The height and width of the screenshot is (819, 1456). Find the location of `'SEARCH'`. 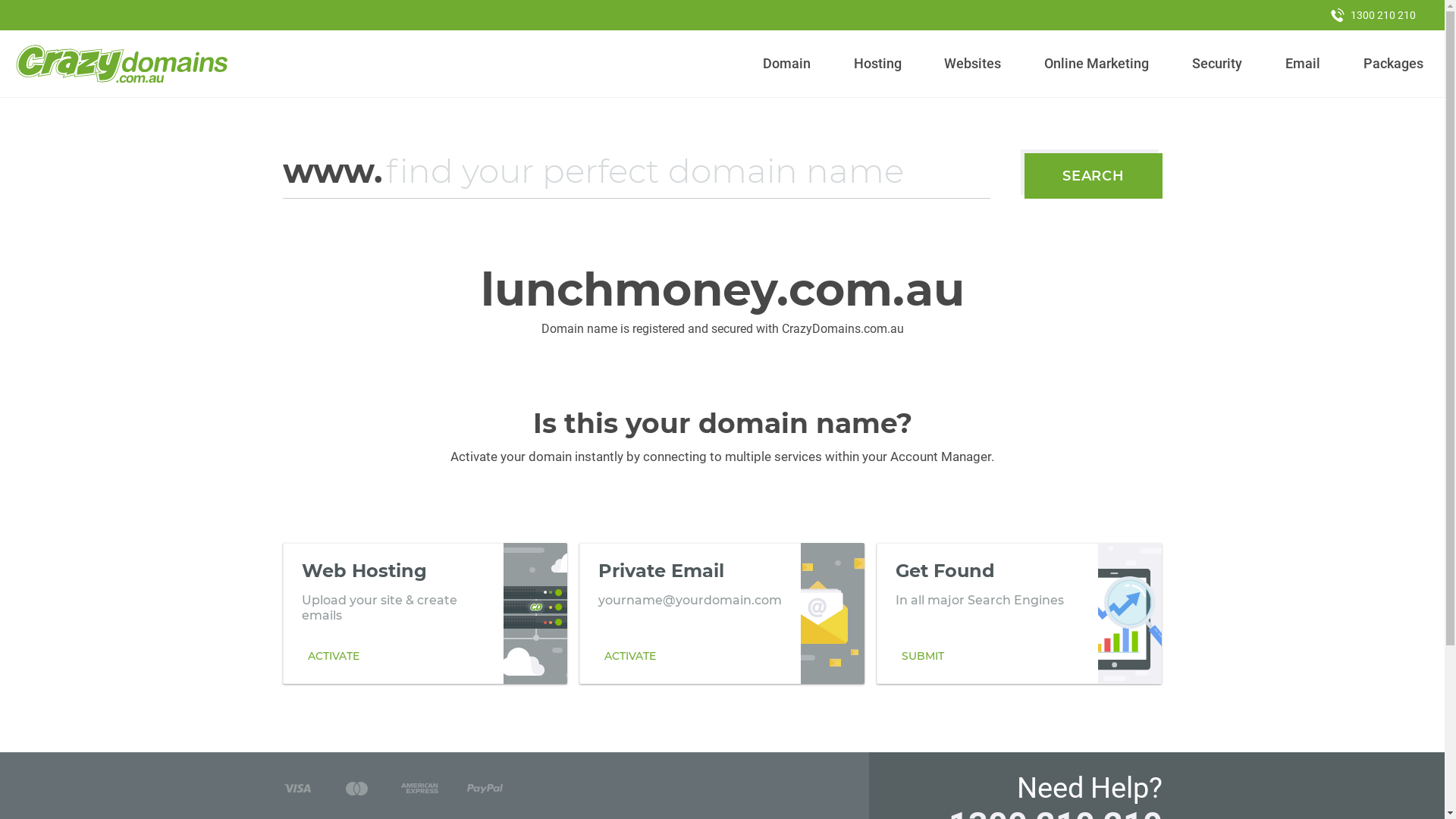

'SEARCH' is located at coordinates (1093, 174).